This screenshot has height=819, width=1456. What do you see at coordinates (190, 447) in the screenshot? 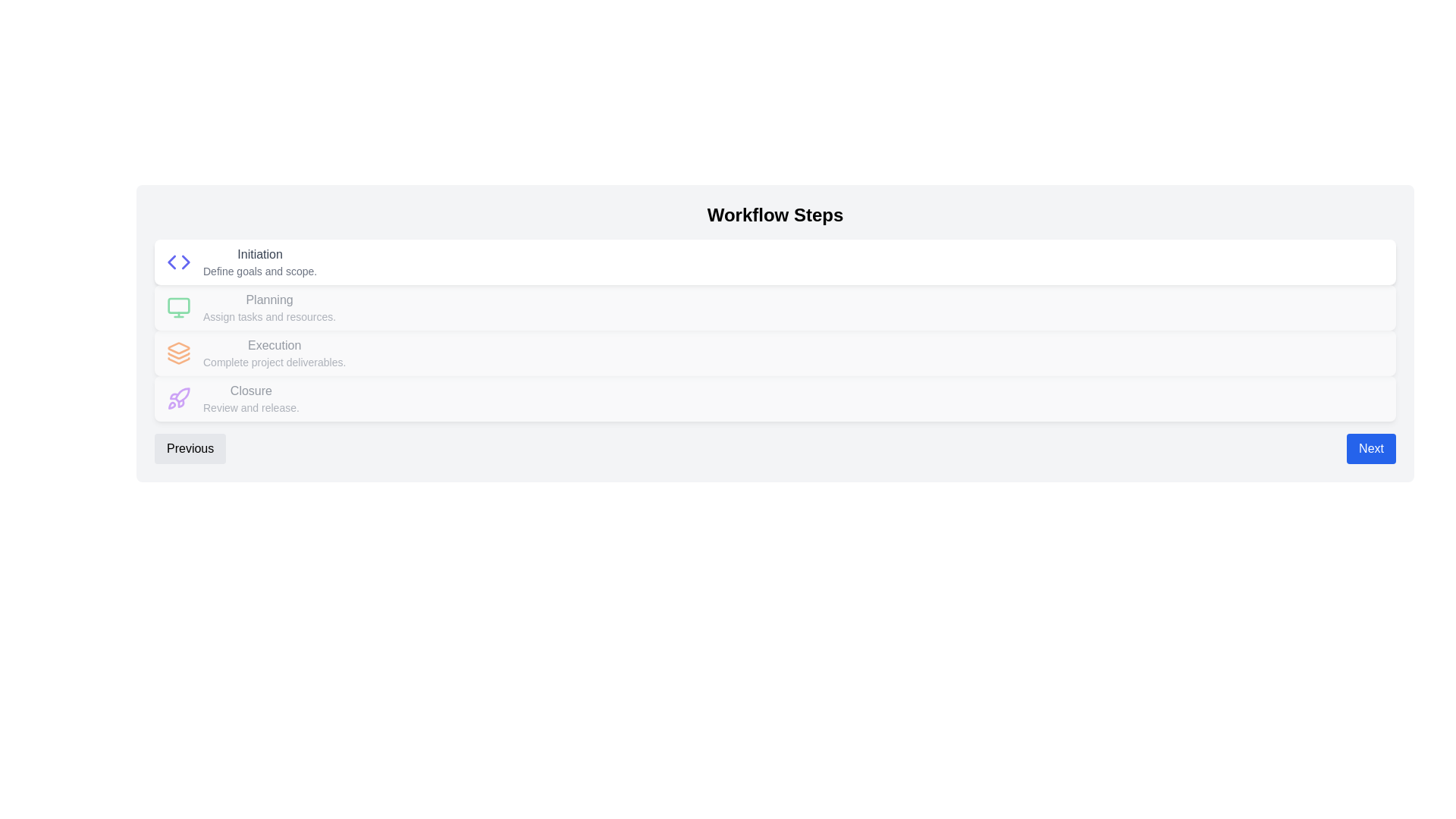
I see `the 'Previous' button, which has a gray background and rounded corners, to observe the hover effect that changes its background color to a darker gray` at bounding box center [190, 447].